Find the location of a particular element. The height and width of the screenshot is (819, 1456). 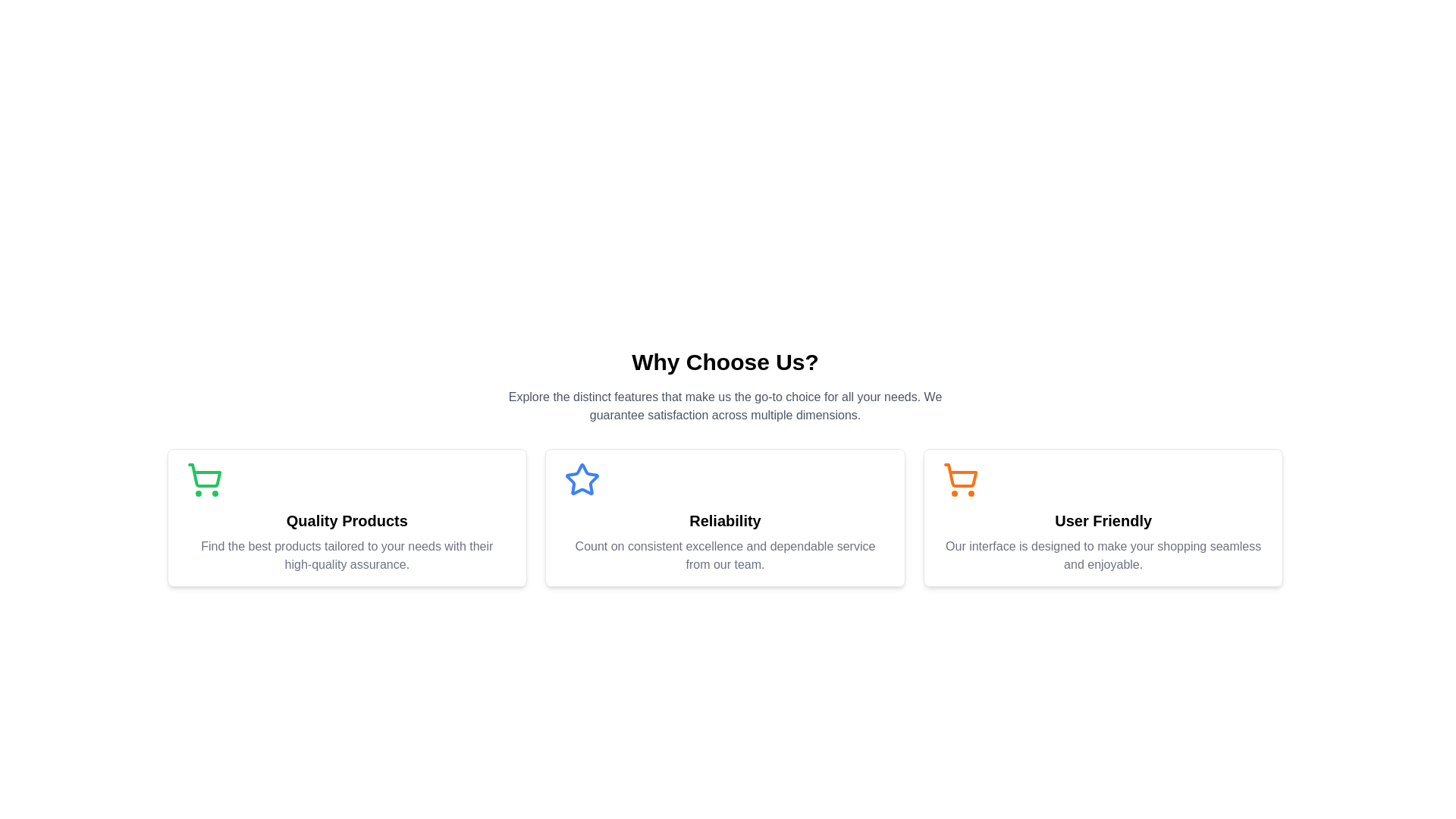

the rightmost Informational card in the three-column grid layout that highlights the usability-focused design of the shopping interface is located at coordinates (1103, 516).